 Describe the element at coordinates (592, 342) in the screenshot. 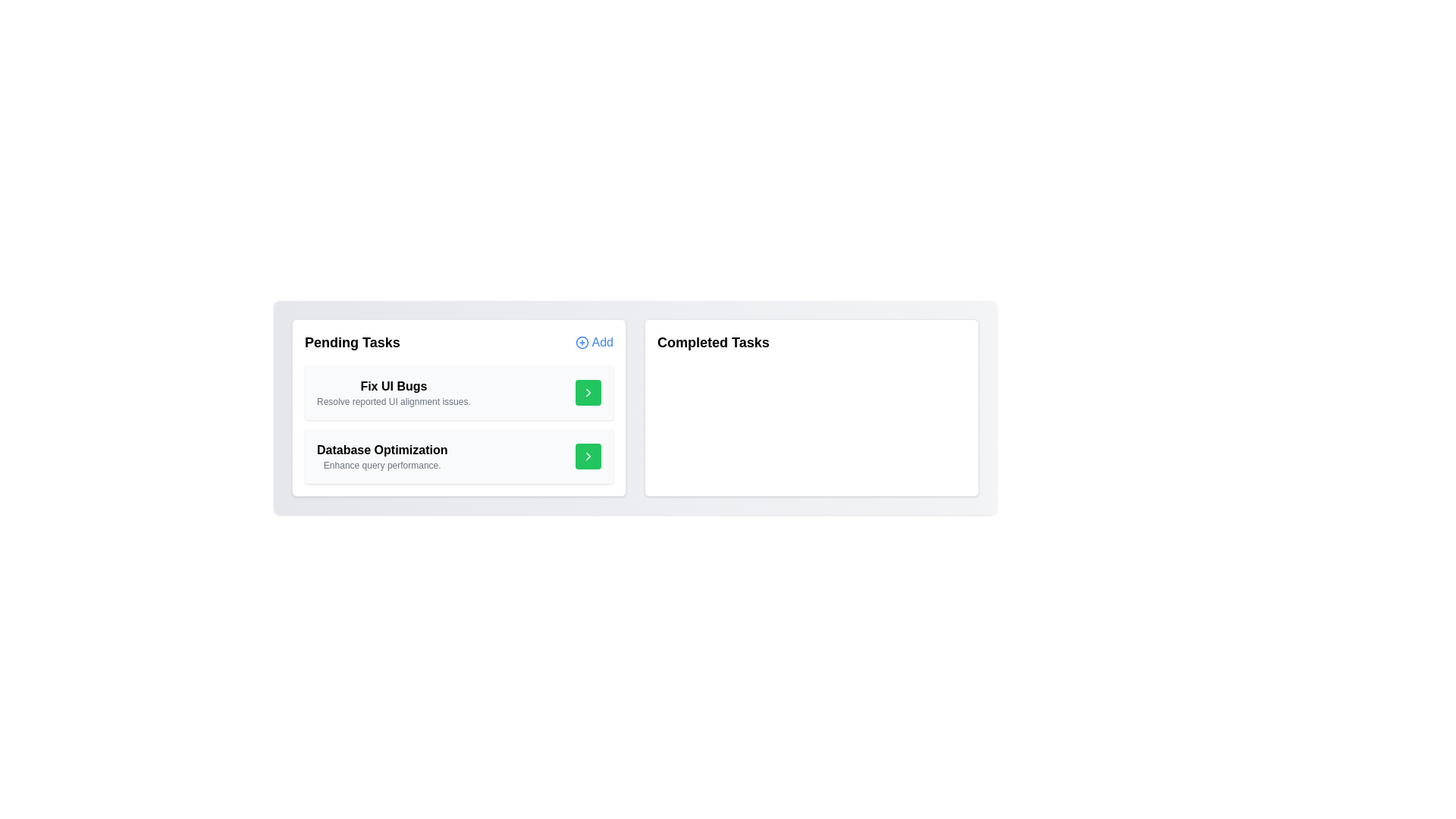

I see `the 'Add' button in the 'Pending Tasks' section to add a new task` at that location.